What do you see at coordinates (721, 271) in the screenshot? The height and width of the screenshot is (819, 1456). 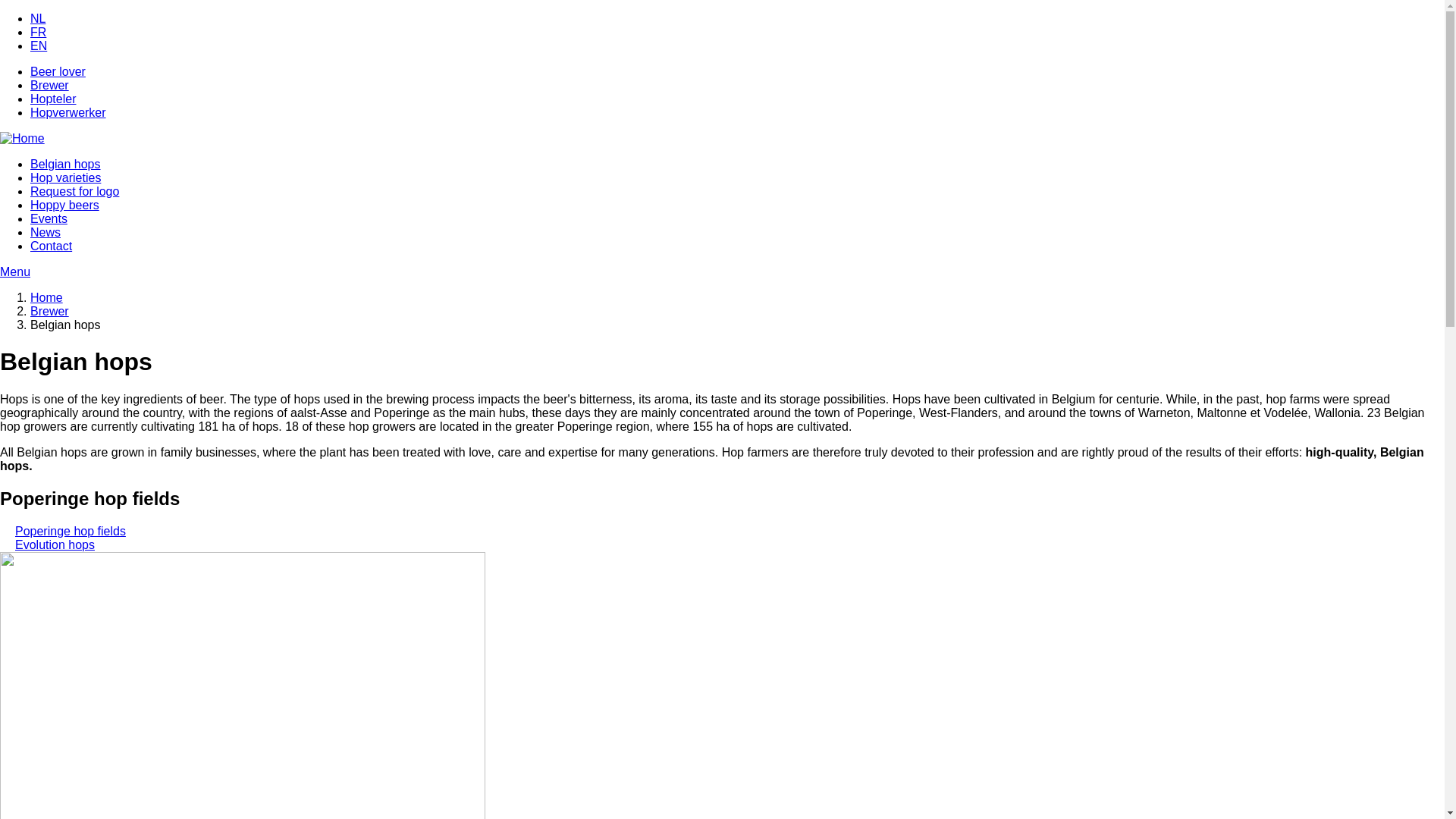 I see `'Menu'` at bounding box center [721, 271].